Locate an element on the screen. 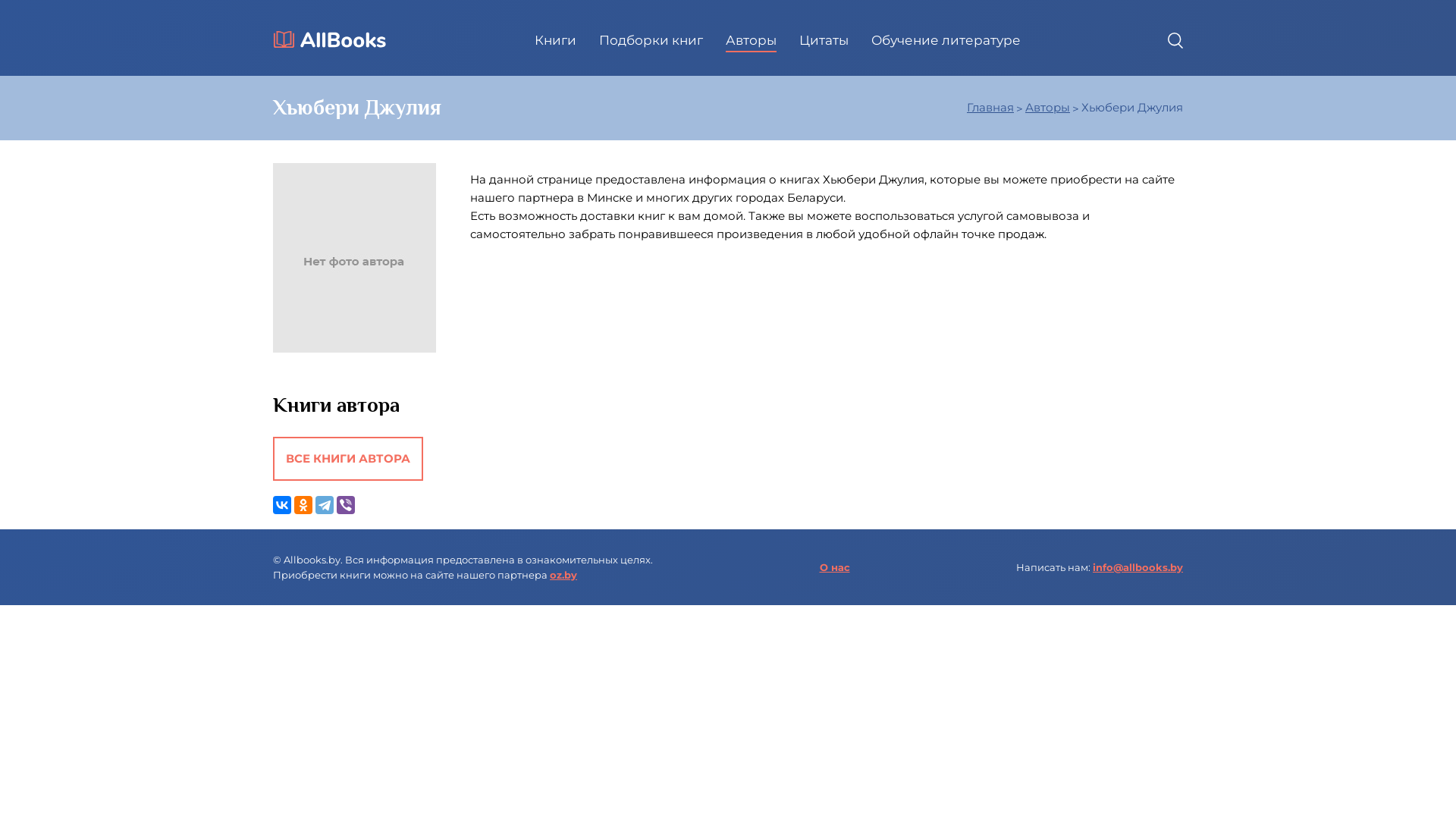 This screenshot has height=819, width=1456. 'info@allbooks.by' is located at coordinates (1137, 567).